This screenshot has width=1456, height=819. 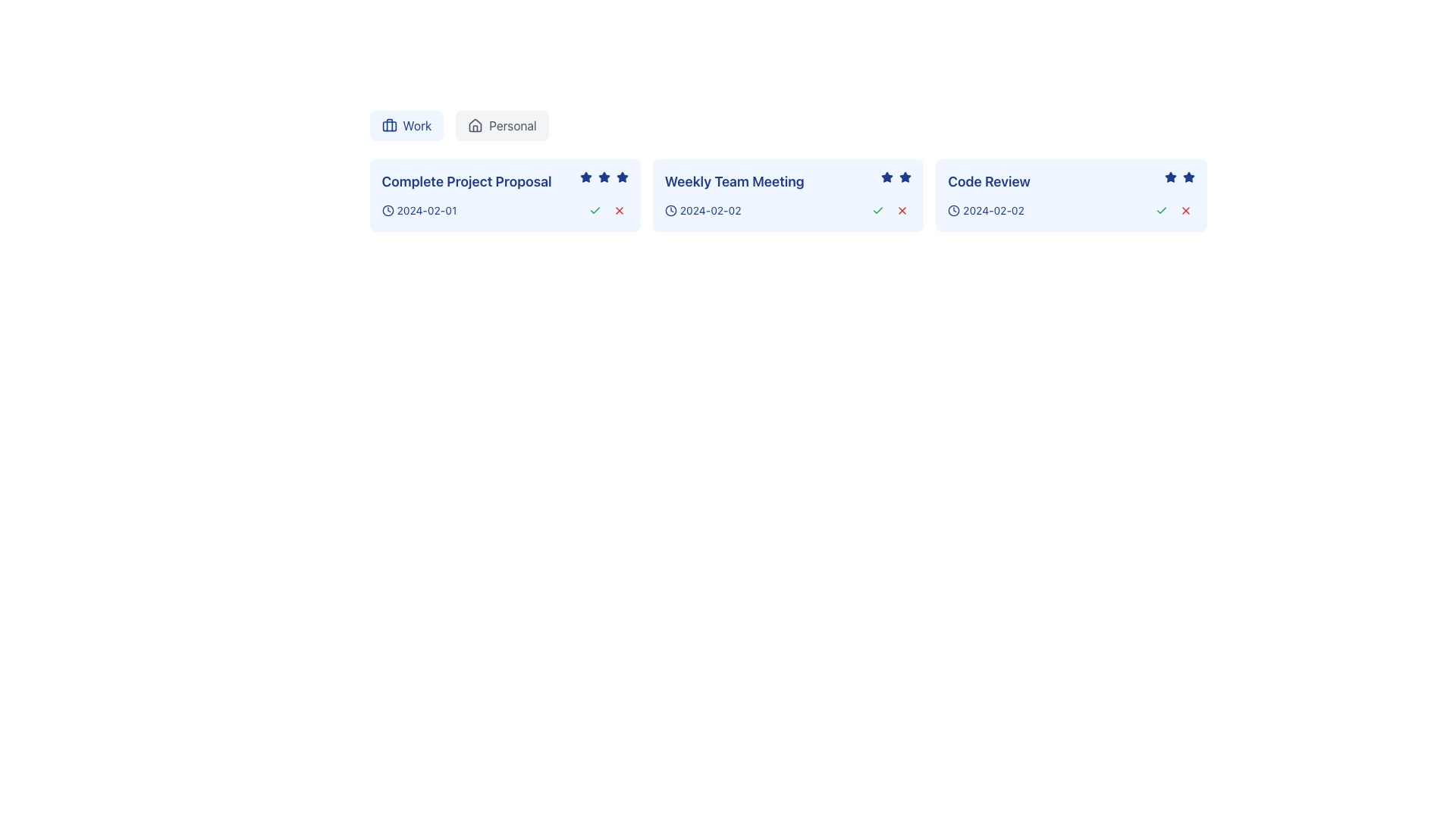 What do you see at coordinates (1160, 210) in the screenshot?
I see `the circular button with a green checkmark icon located in the 'Code Review' card` at bounding box center [1160, 210].